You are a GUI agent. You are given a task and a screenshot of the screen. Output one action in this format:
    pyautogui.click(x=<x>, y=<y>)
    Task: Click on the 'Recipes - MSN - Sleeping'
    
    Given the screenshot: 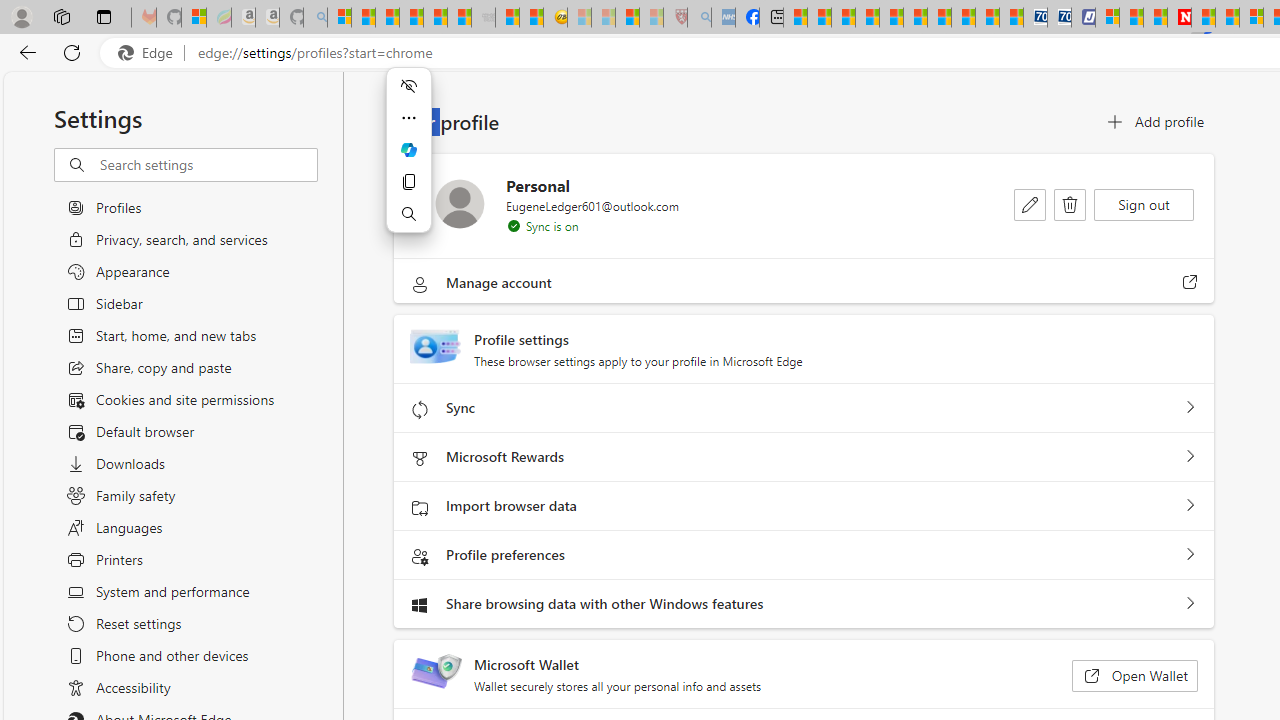 What is the action you would take?
    pyautogui.click(x=578, y=17)
    